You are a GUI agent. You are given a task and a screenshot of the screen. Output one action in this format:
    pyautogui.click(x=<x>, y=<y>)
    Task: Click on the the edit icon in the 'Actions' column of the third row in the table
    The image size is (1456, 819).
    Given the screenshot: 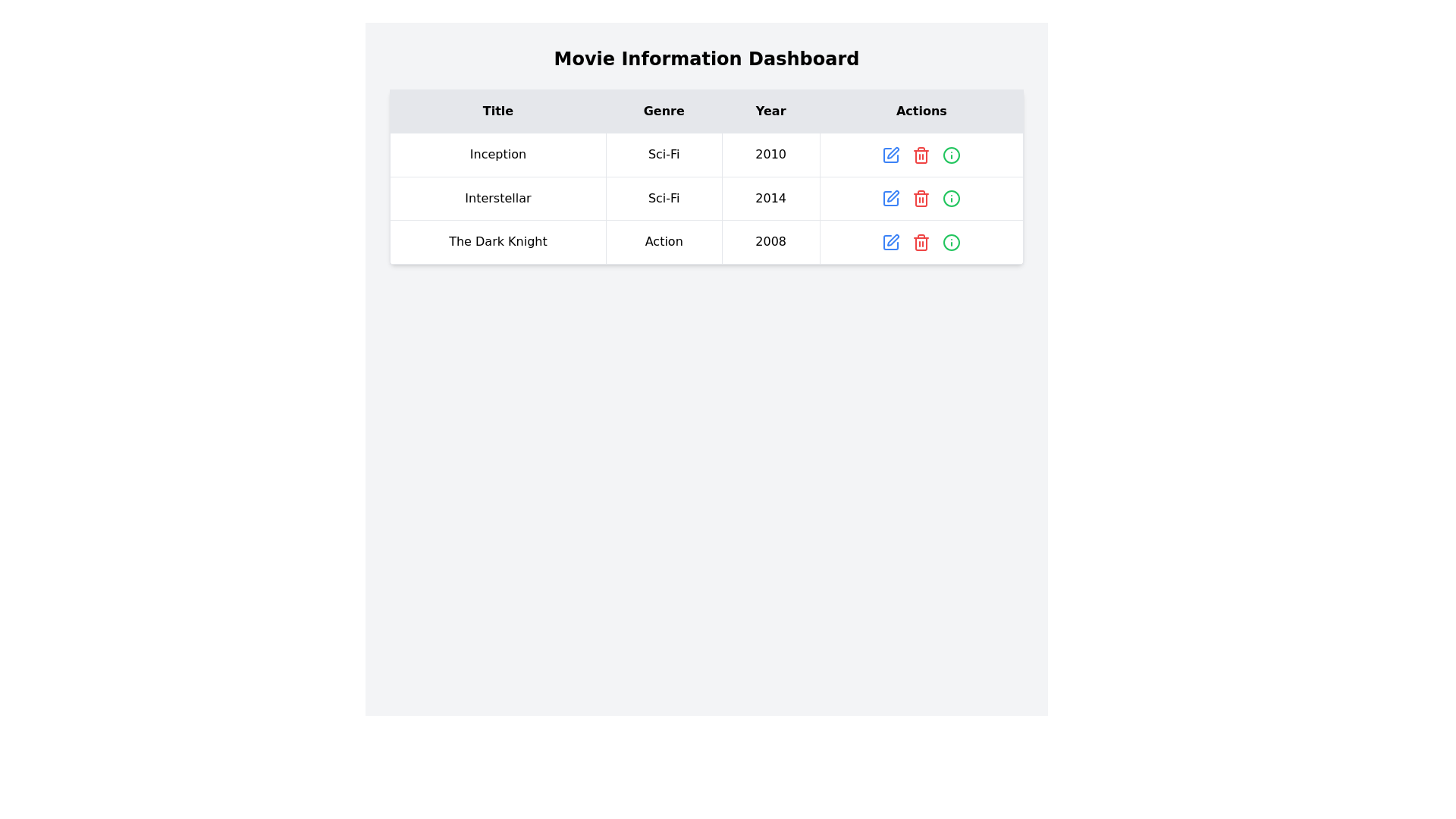 What is the action you would take?
    pyautogui.click(x=893, y=195)
    